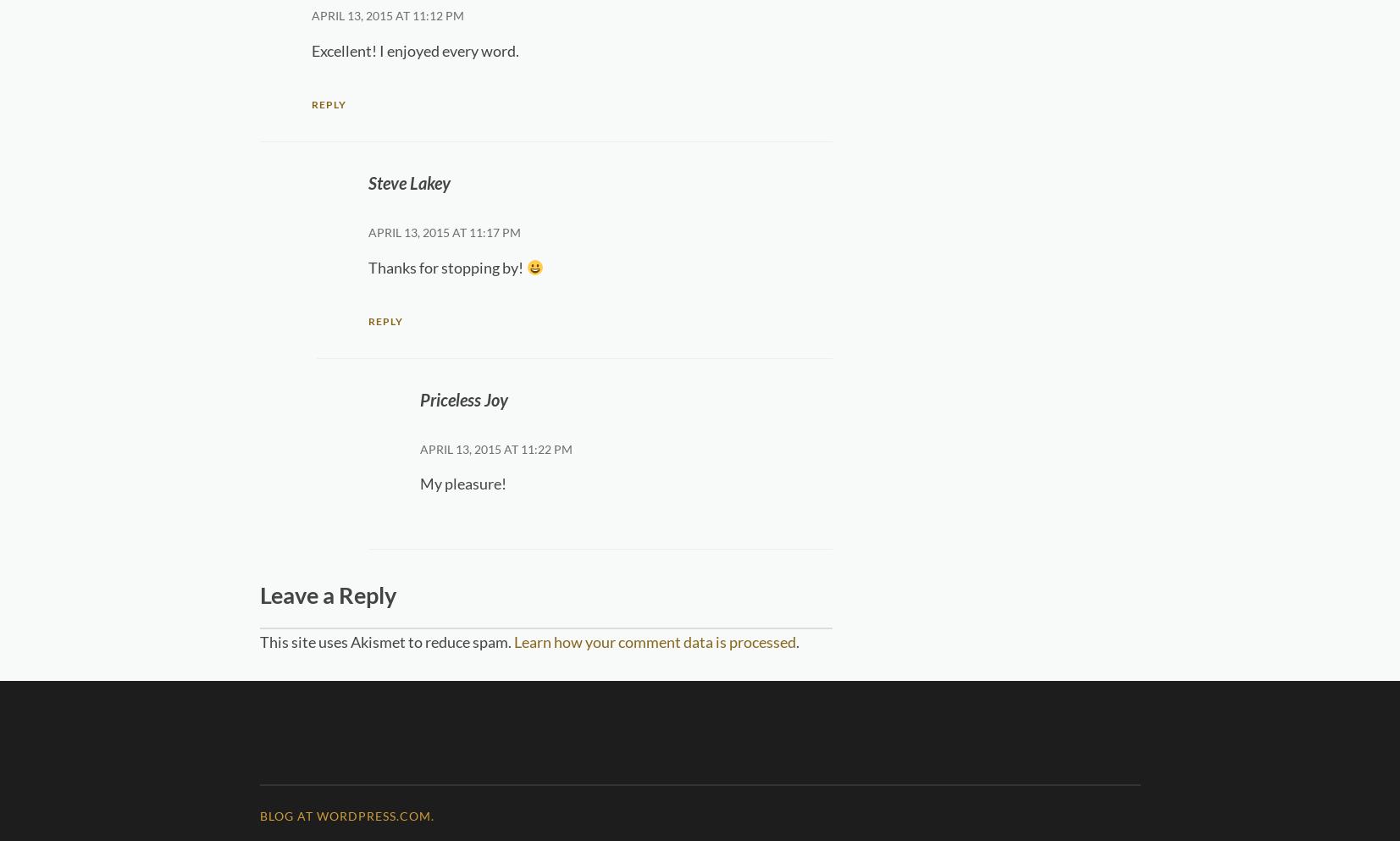 This screenshot has width=1400, height=841. Describe the element at coordinates (653, 640) in the screenshot. I see `'Learn how your comment data is processed'` at that location.